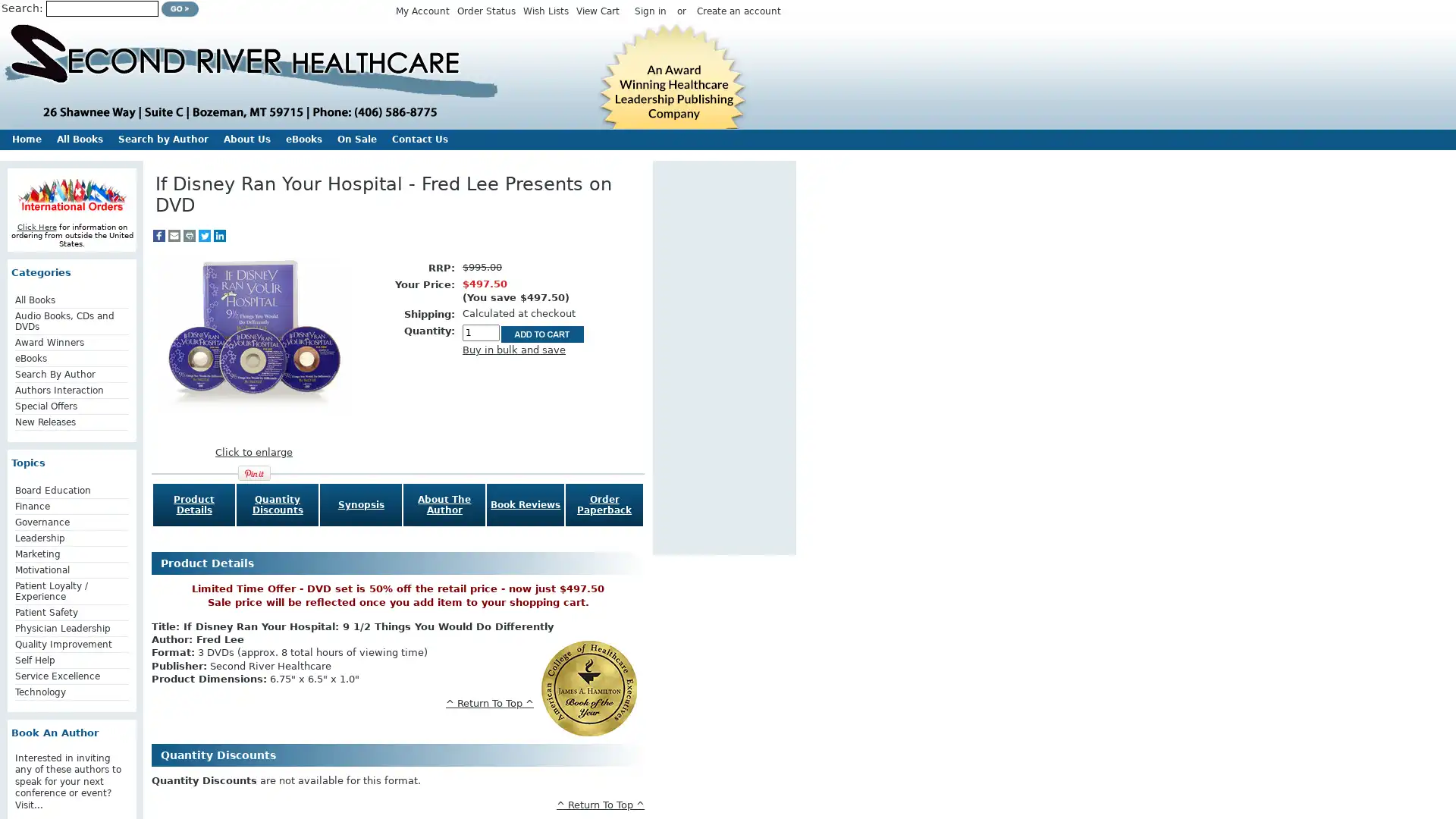  What do you see at coordinates (180, 8) in the screenshot?
I see `Submit` at bounding box center [180, 8].